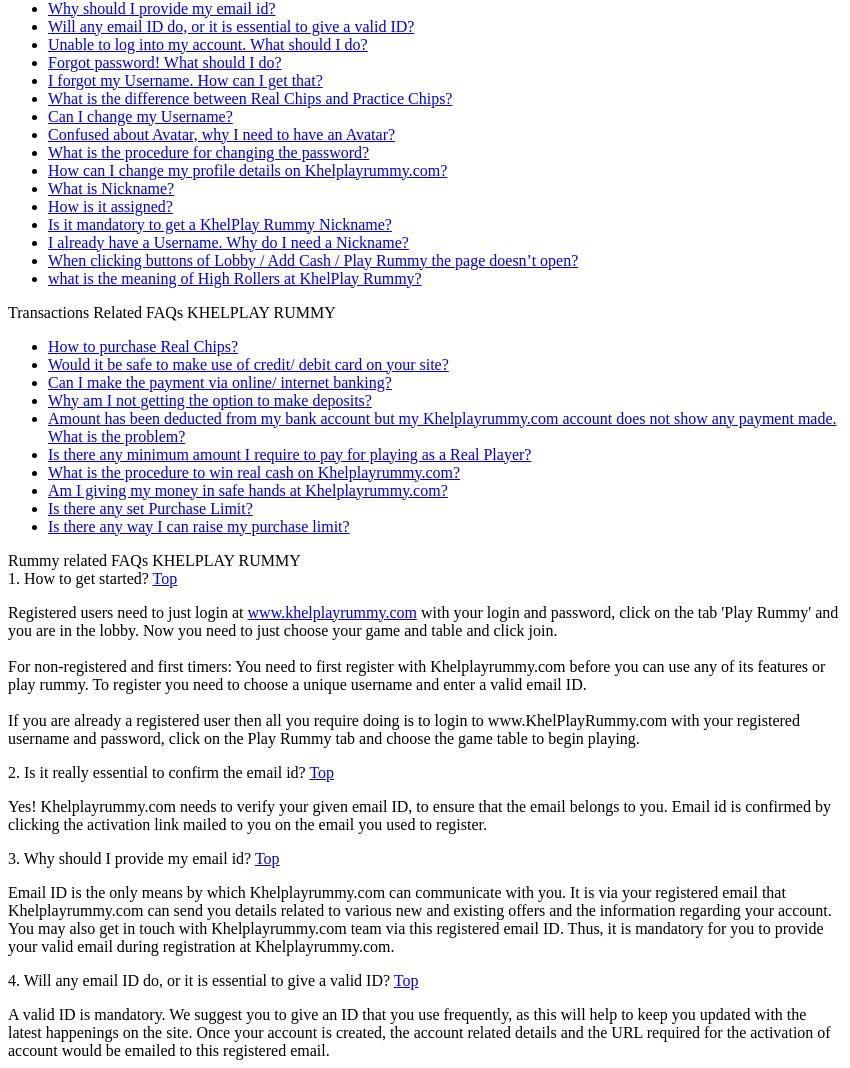  Describe the element at coordinates (139, 114) in the screenshot. I see `'Can I change my Username?'` at that location.